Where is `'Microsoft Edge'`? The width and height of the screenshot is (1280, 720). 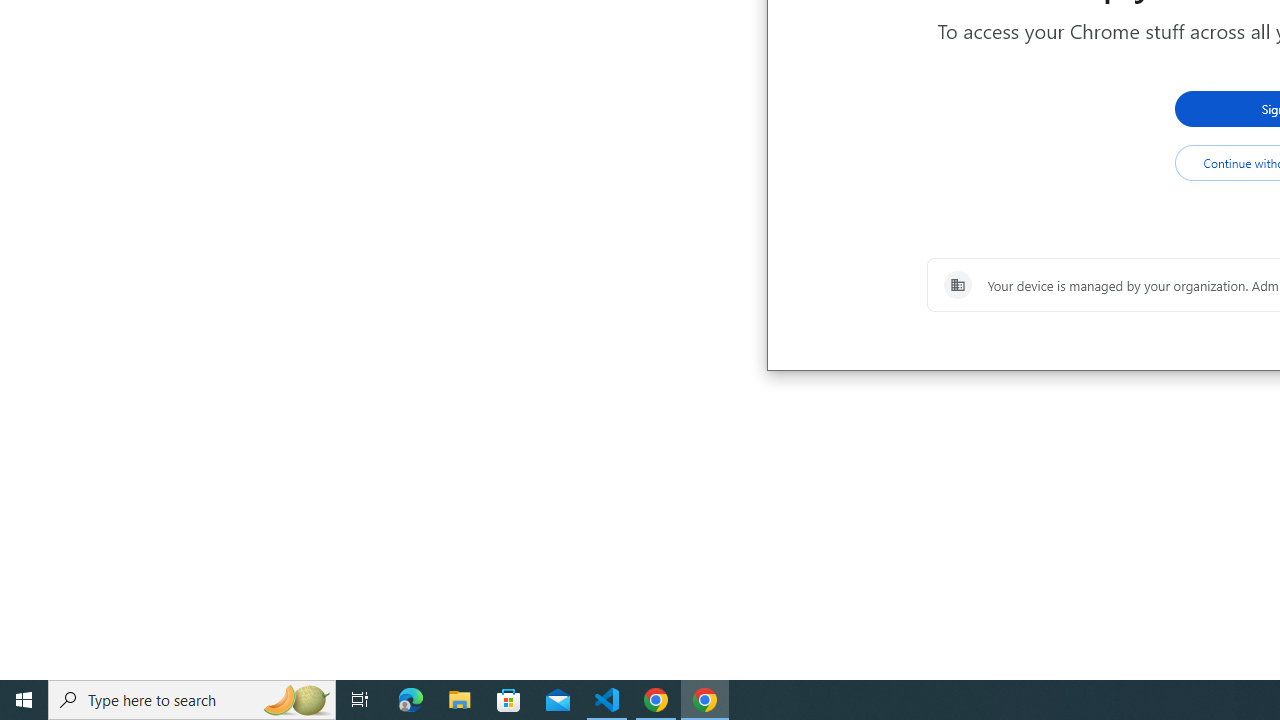
'Microsoft Edge' is located at coordinates (410, 698).